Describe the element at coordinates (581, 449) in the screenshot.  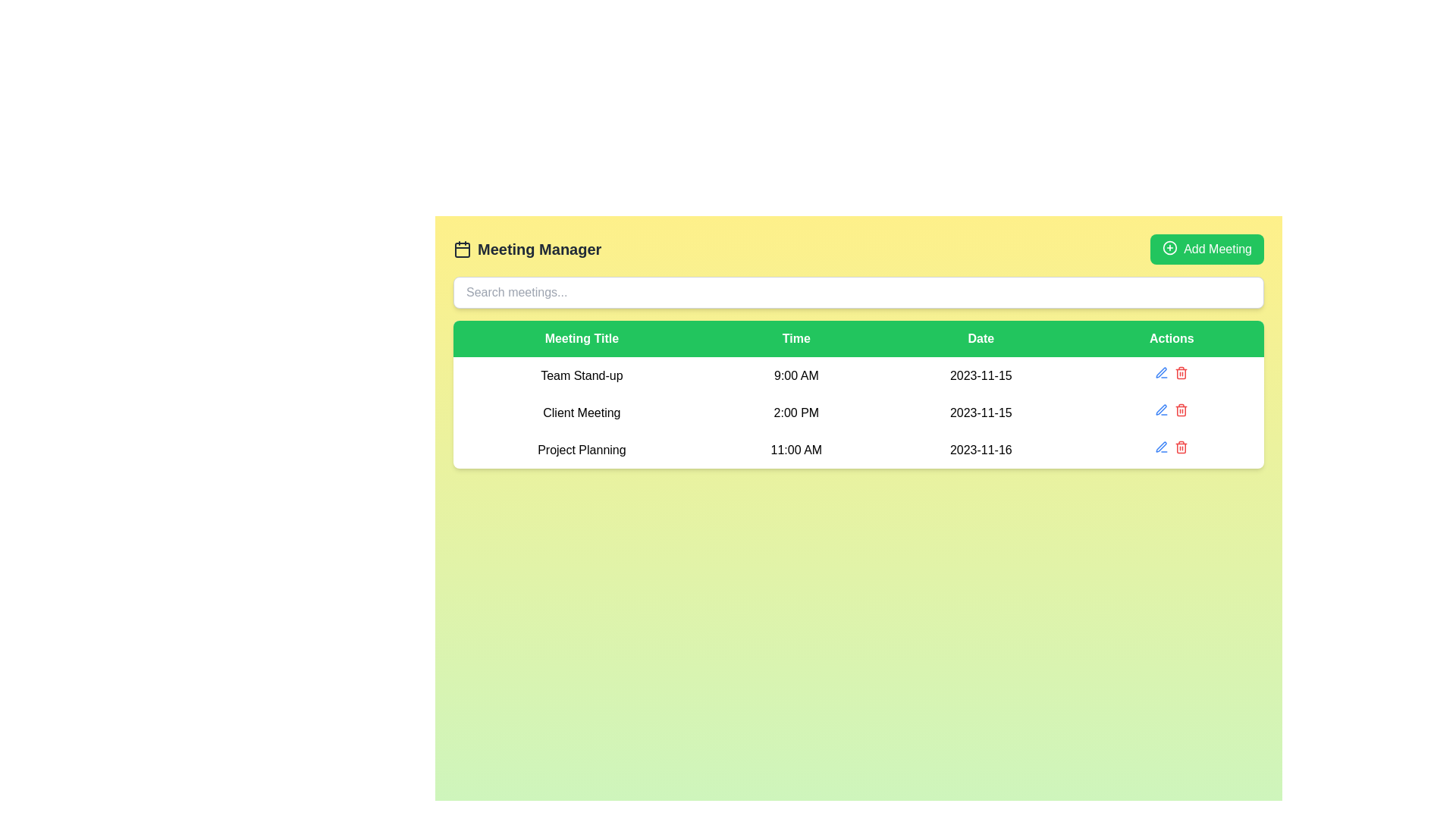
I see `the 'Project Planning' text label, which is part of a structured list under the 'Meeting Title' column, located in the third row with centered black text on a white background` at that location.